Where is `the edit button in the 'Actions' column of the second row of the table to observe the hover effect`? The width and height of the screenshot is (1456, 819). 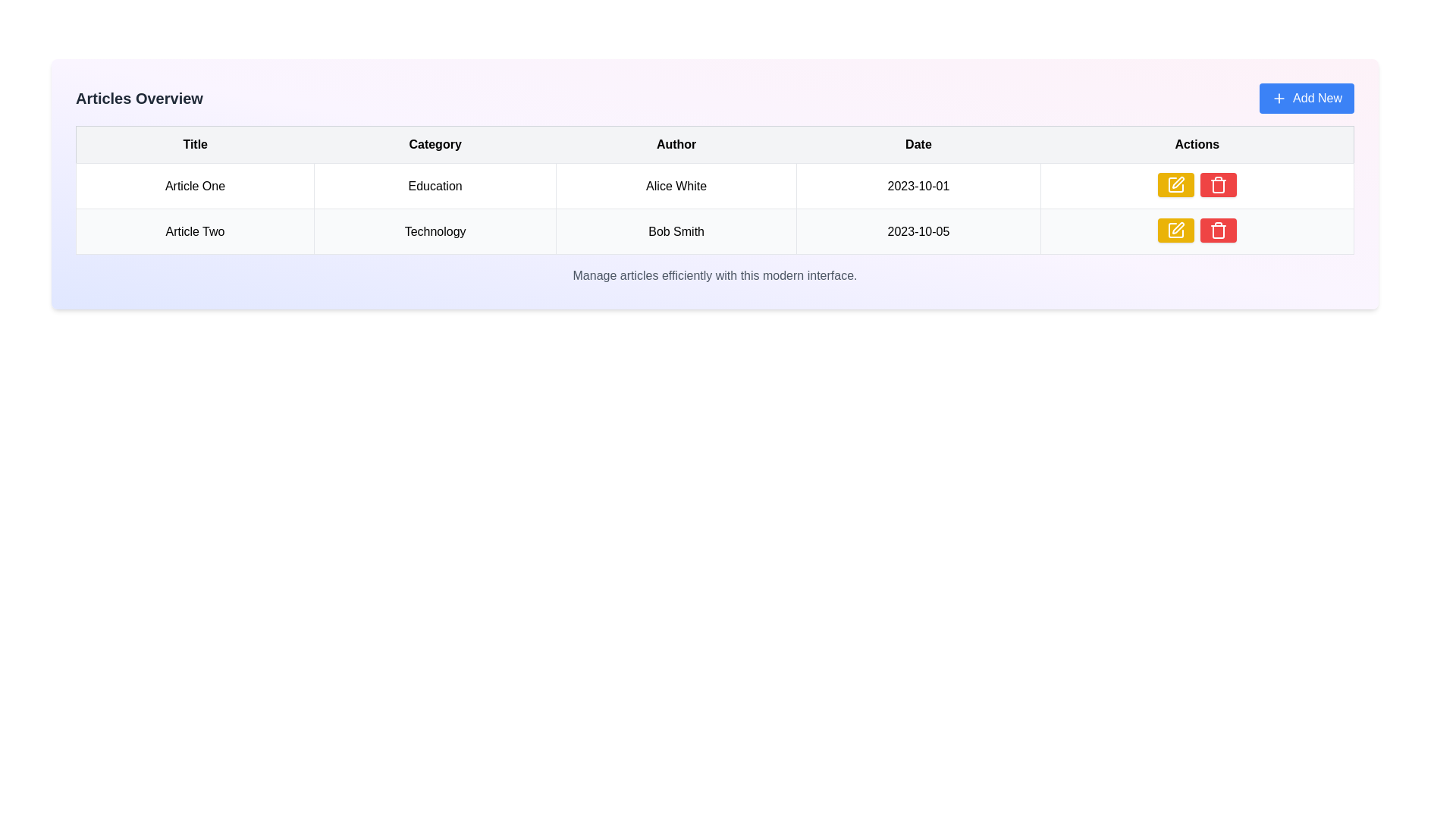 the edit button in the 'Actions' column of the second row of the table to observe the hover effect is located at coordinates (1175, 231).